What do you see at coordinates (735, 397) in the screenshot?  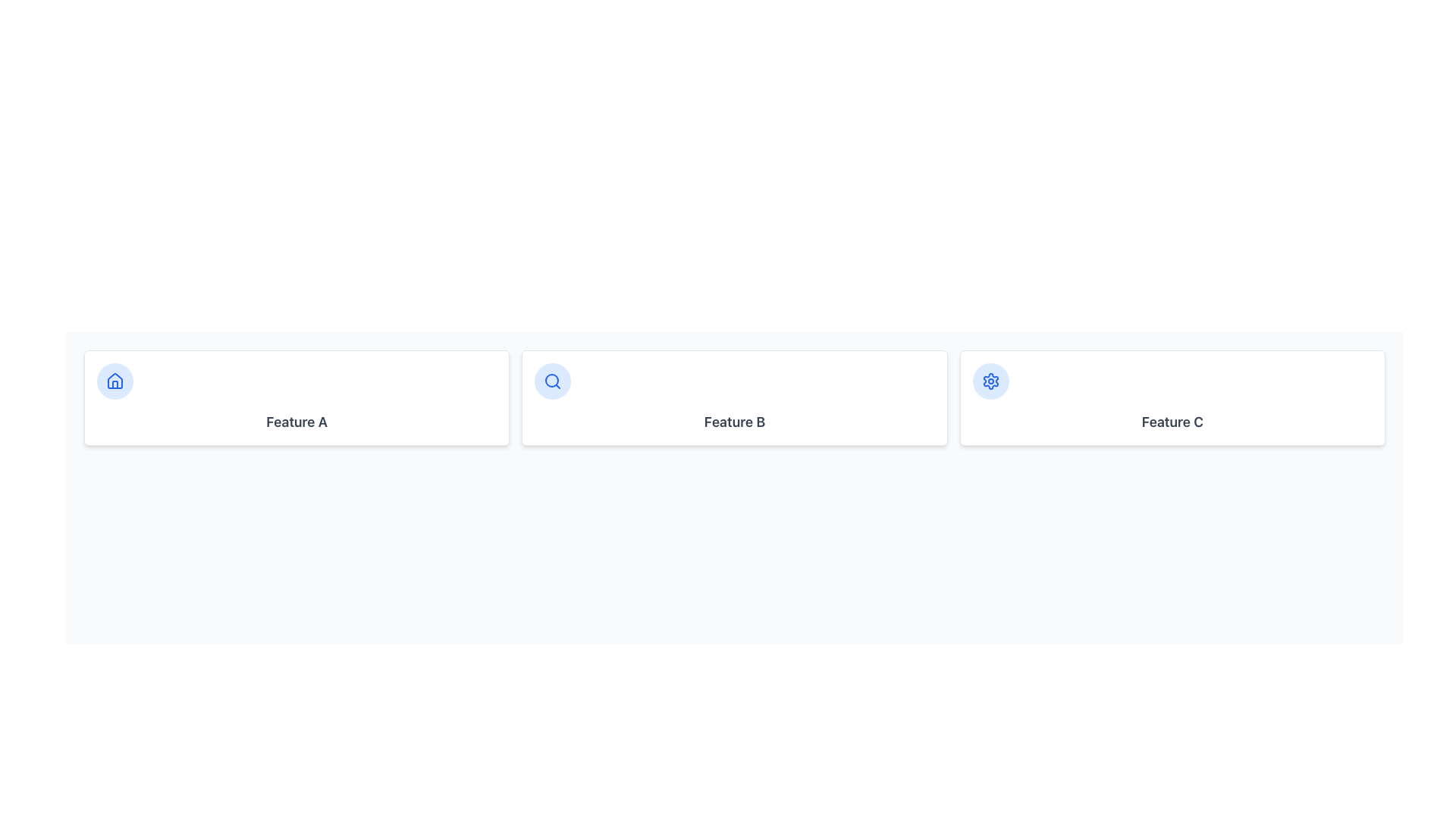 I see `the 'Feature B' card component, which is a rectangular card with a white background, gray border, and a title in bold gray font, located centrally between 'Feature A' and 'Feature C'` at bounding box center [735, 397].